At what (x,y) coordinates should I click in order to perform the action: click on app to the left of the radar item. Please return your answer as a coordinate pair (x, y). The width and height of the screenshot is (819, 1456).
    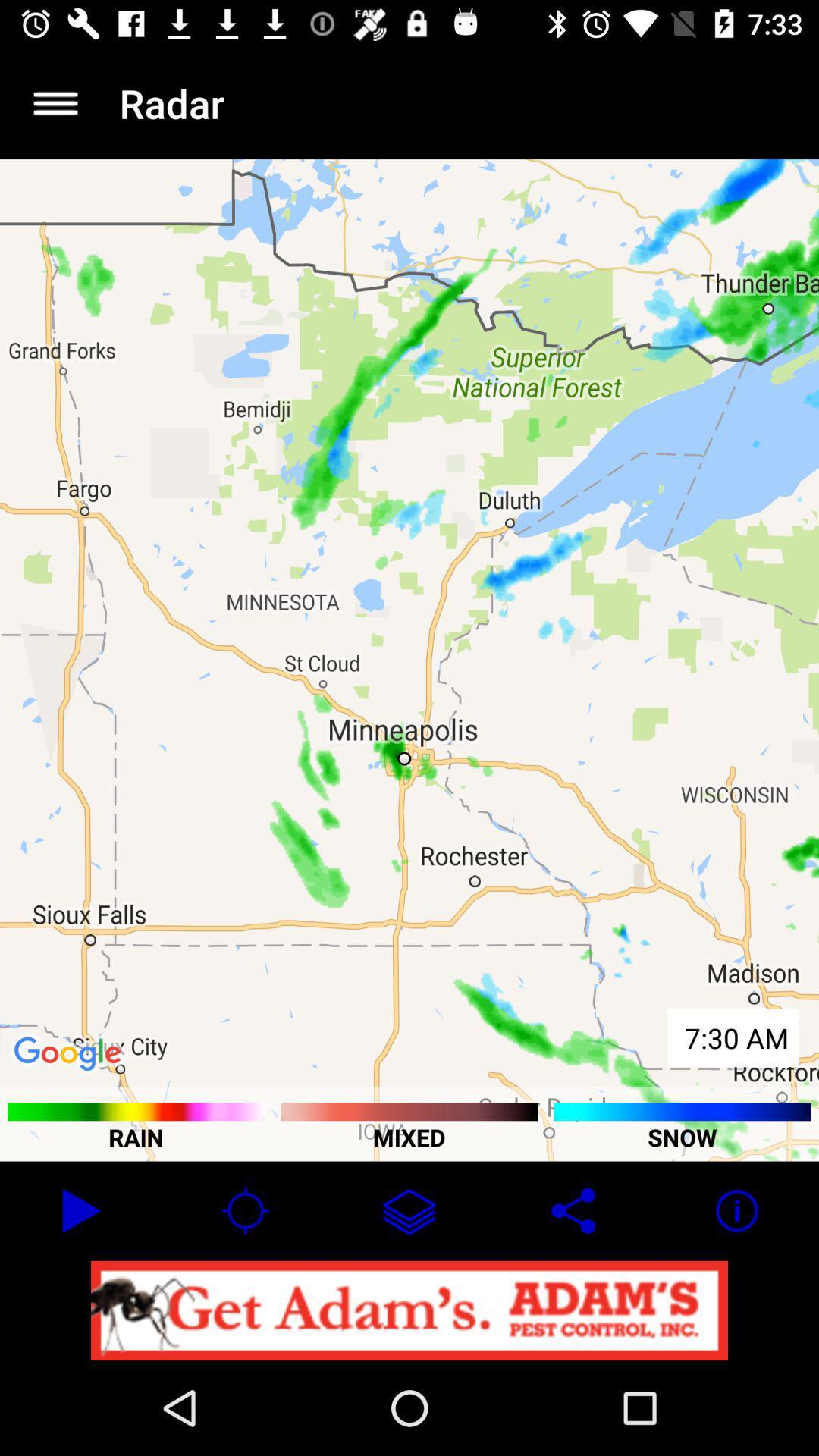
    Looking at the image, I should click on (55, 102).